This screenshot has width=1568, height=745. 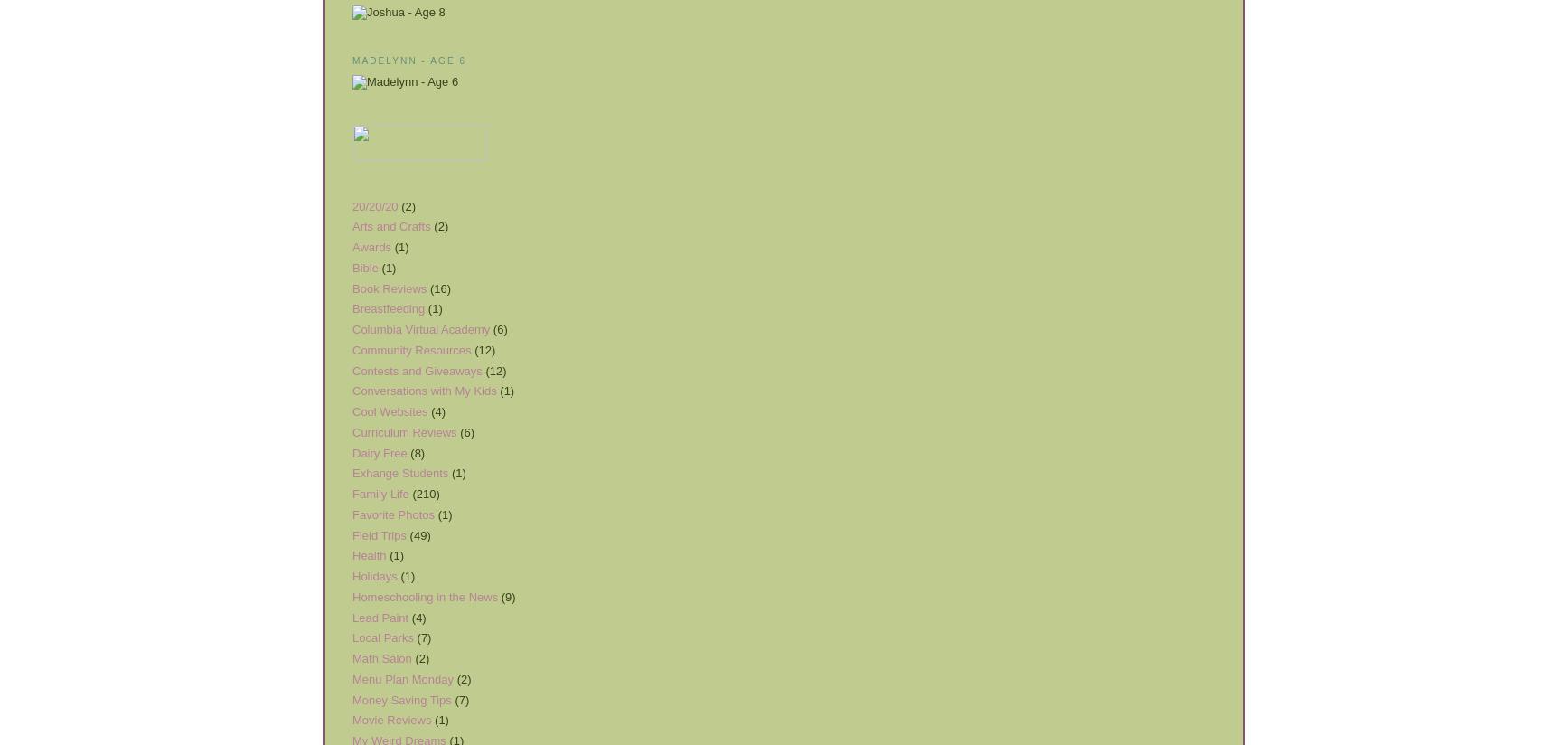 I want to click on 'Breastfeeding', so click(x=388, y=308).